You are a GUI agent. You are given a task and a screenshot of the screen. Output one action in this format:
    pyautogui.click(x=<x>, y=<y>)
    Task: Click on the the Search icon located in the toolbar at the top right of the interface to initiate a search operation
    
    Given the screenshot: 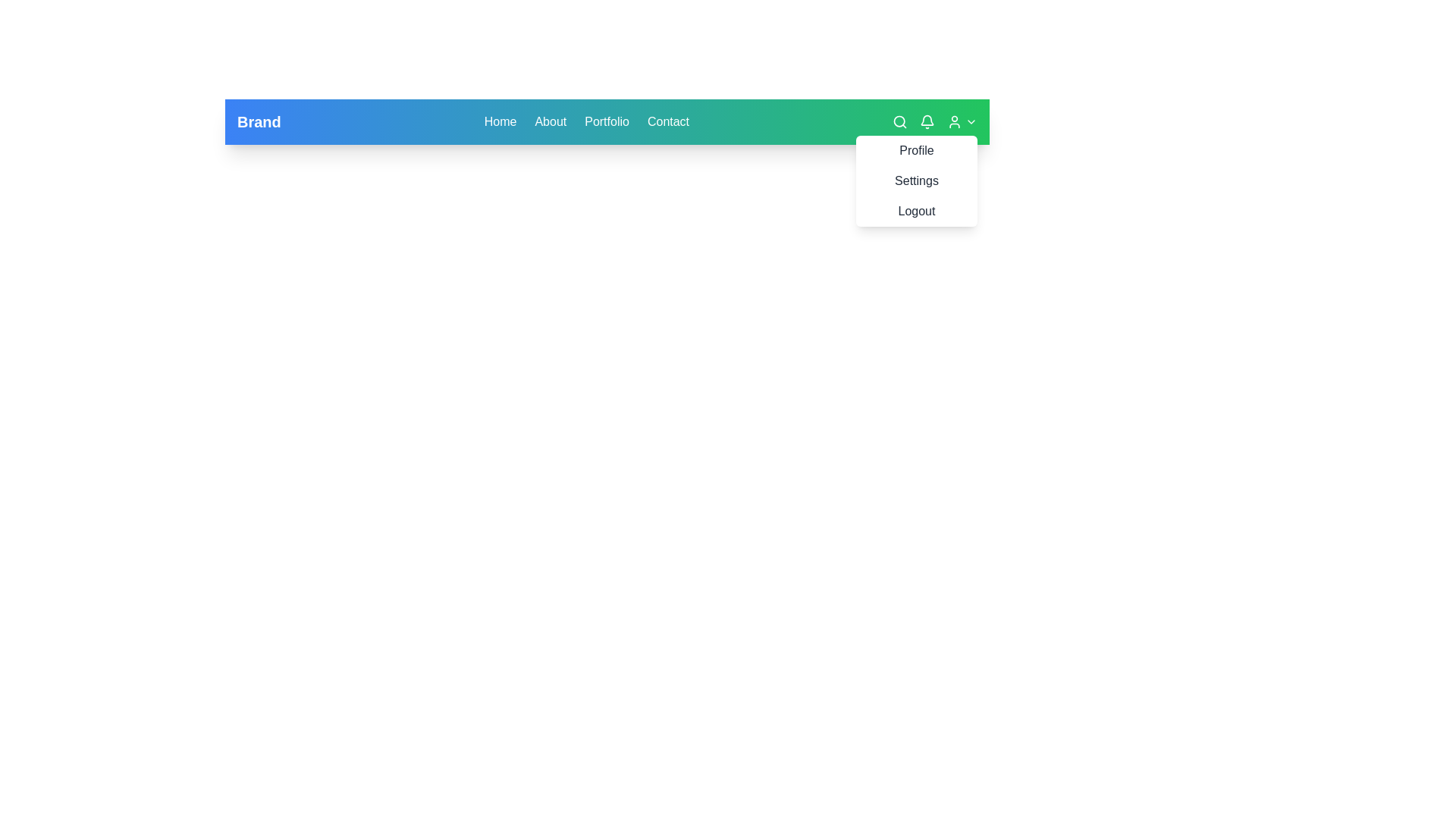 What is the action you would take?
    pyautogui.click(x=899, y=121)
    